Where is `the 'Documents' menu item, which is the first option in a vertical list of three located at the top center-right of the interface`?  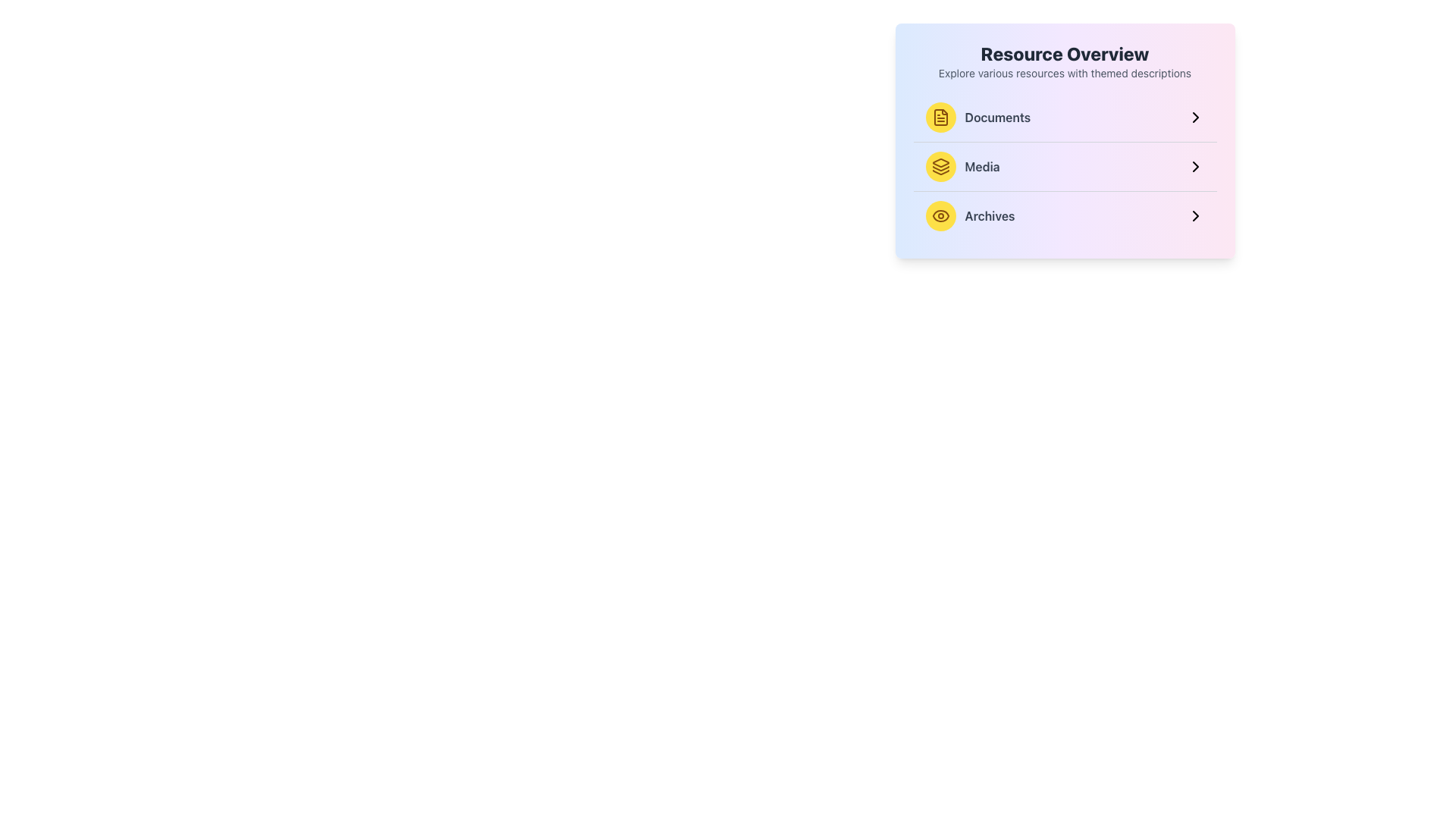
the 'Documents' menu item, which is the first option in a vertical list of three located at the top center-right of the interface is located at coordinates (1064, 116).